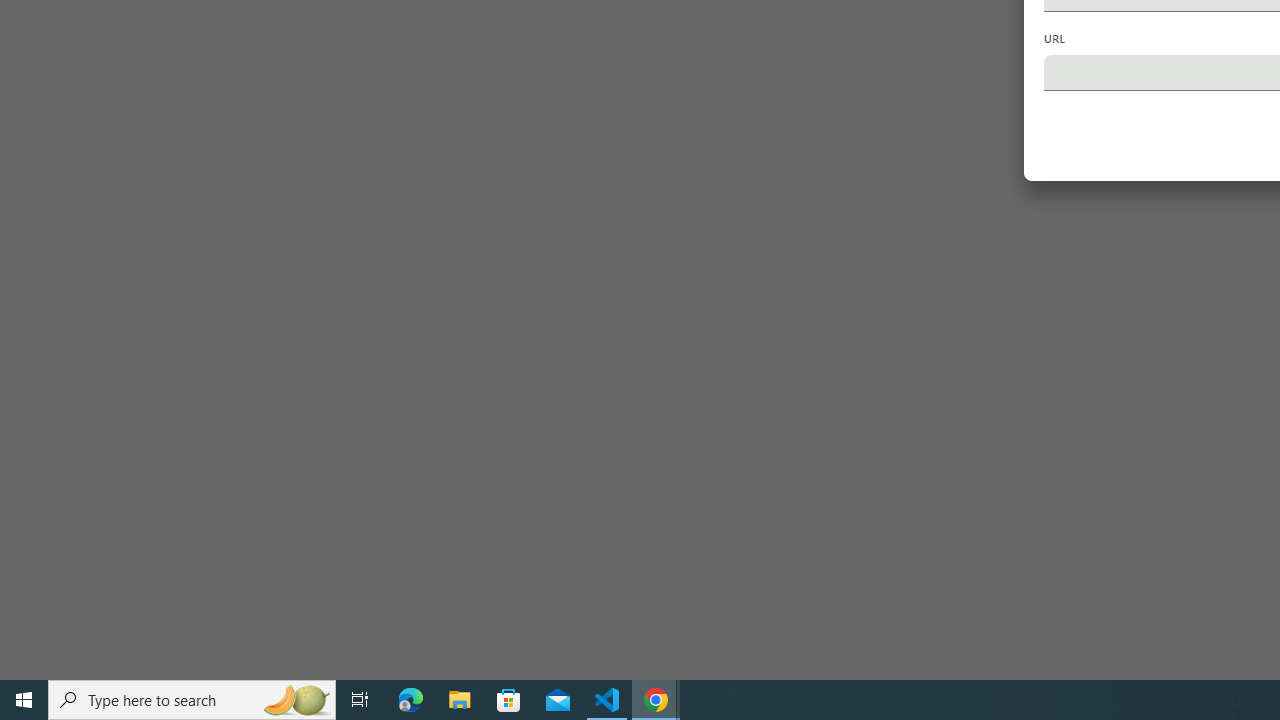  Describe the element at coordinates (509, 698) in the screenshot. I see `'Microsoft Store'` at that location.